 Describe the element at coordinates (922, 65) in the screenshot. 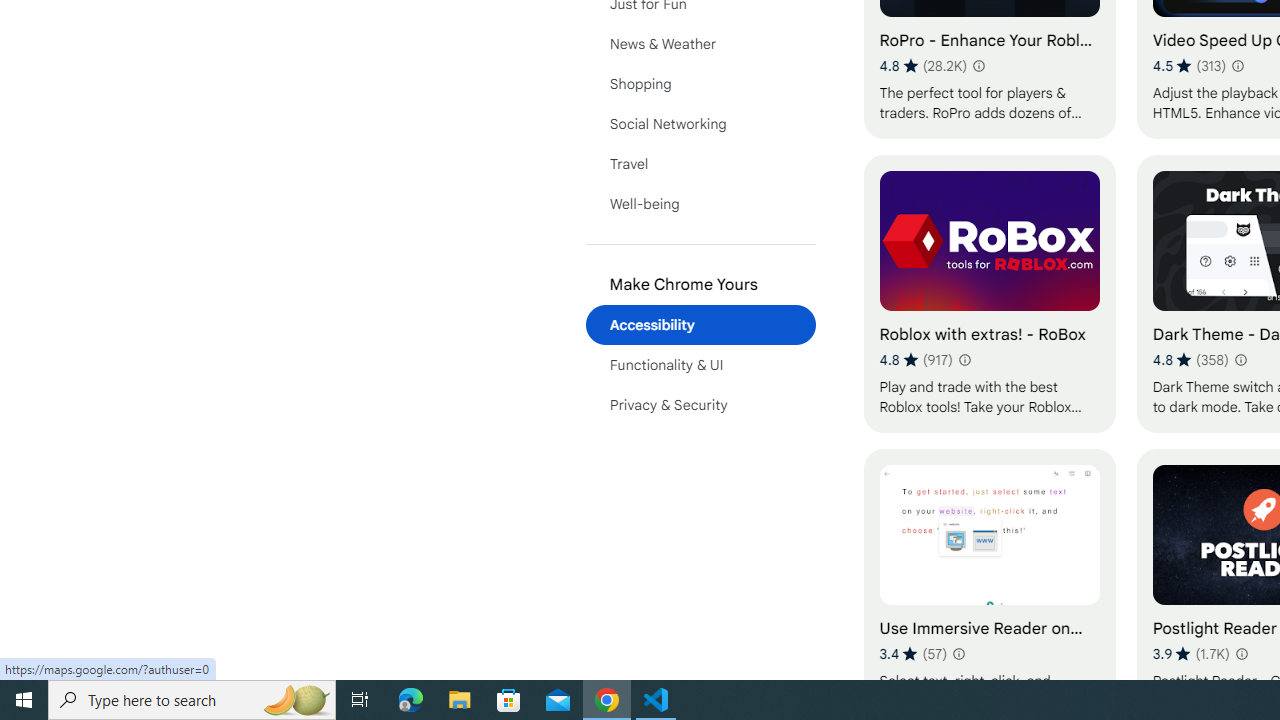

I see `'Average rating 4.8 out of 5 stars. 28.2K ratings.'` at that location.